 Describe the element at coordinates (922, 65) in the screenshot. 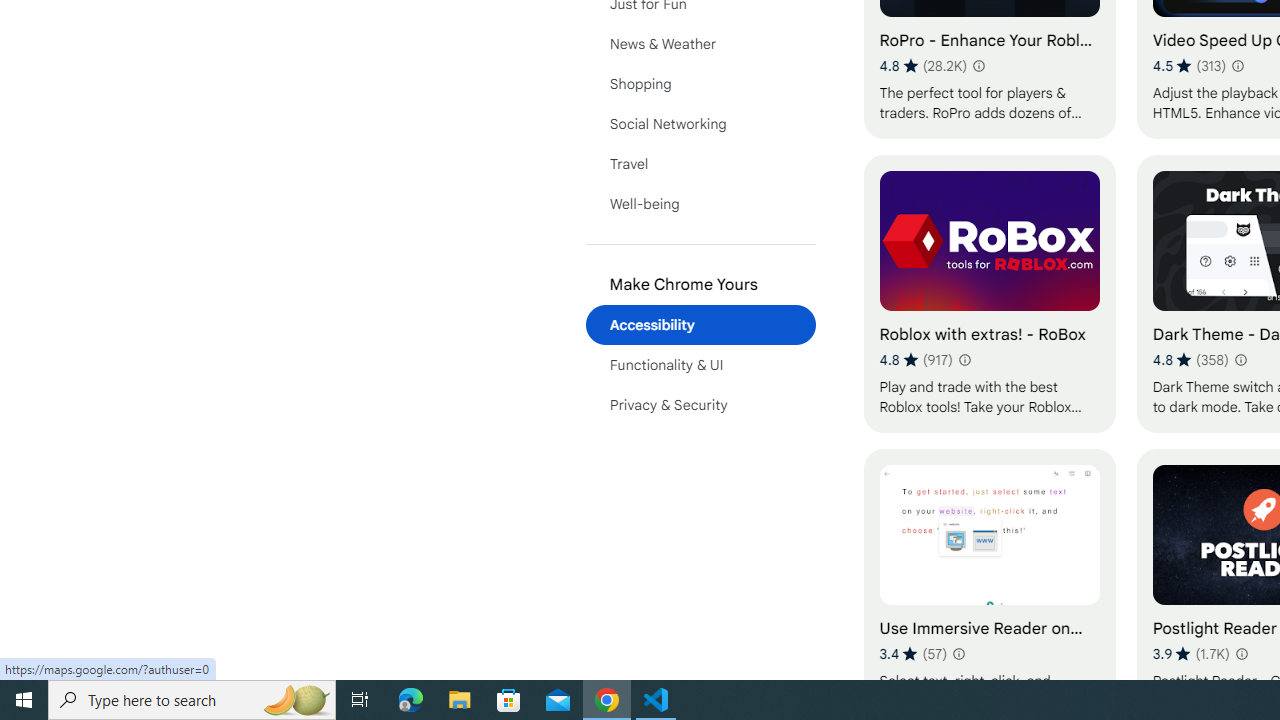

I see `'Average rating 4.8 out of 5 stars. 28.2K ratings.'` at that location.